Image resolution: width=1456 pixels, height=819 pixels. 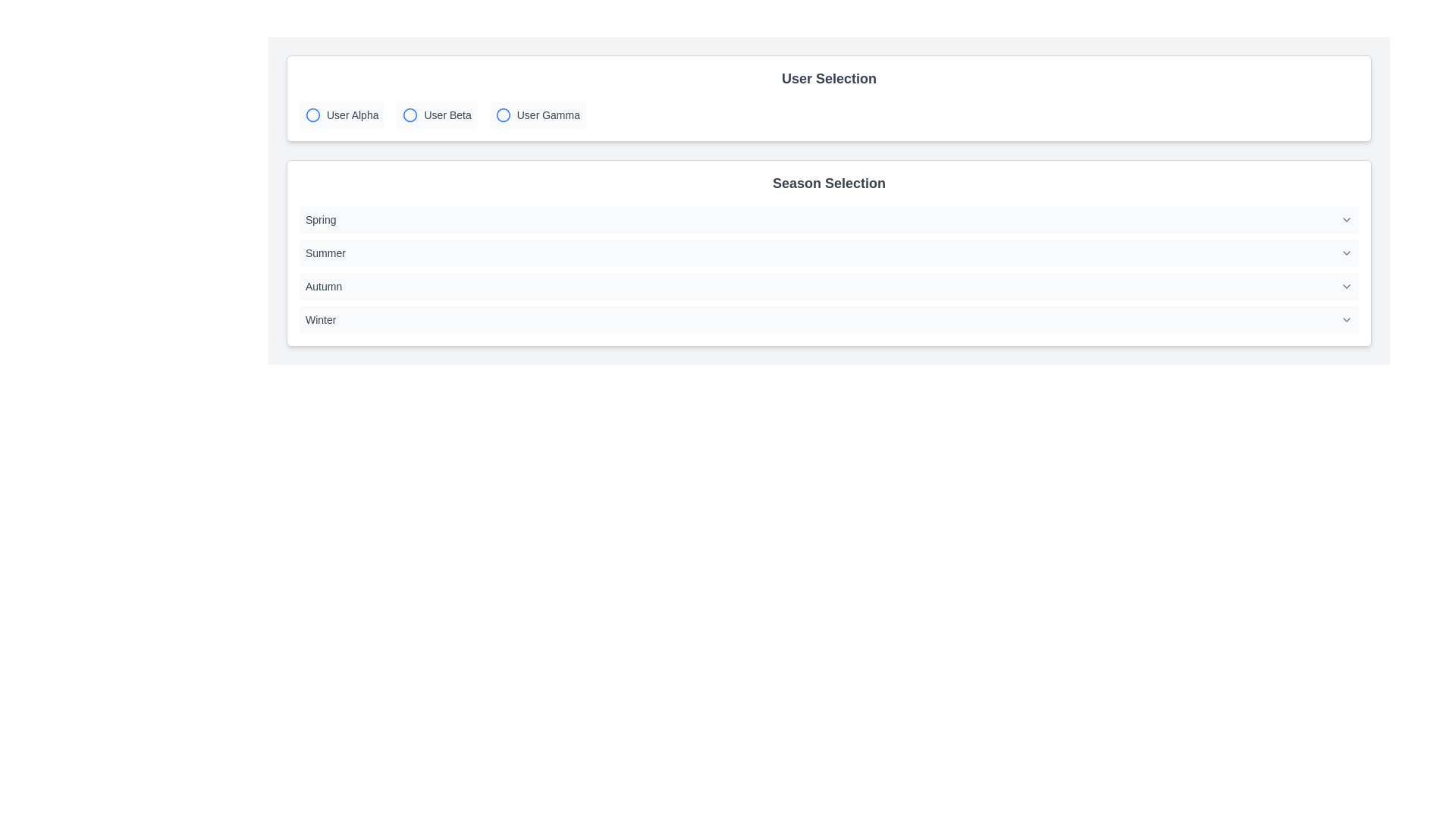 I want to click on the text label displaying 'Spring', which is the first selectable option in the season selection group, so click(x=320, y=219).